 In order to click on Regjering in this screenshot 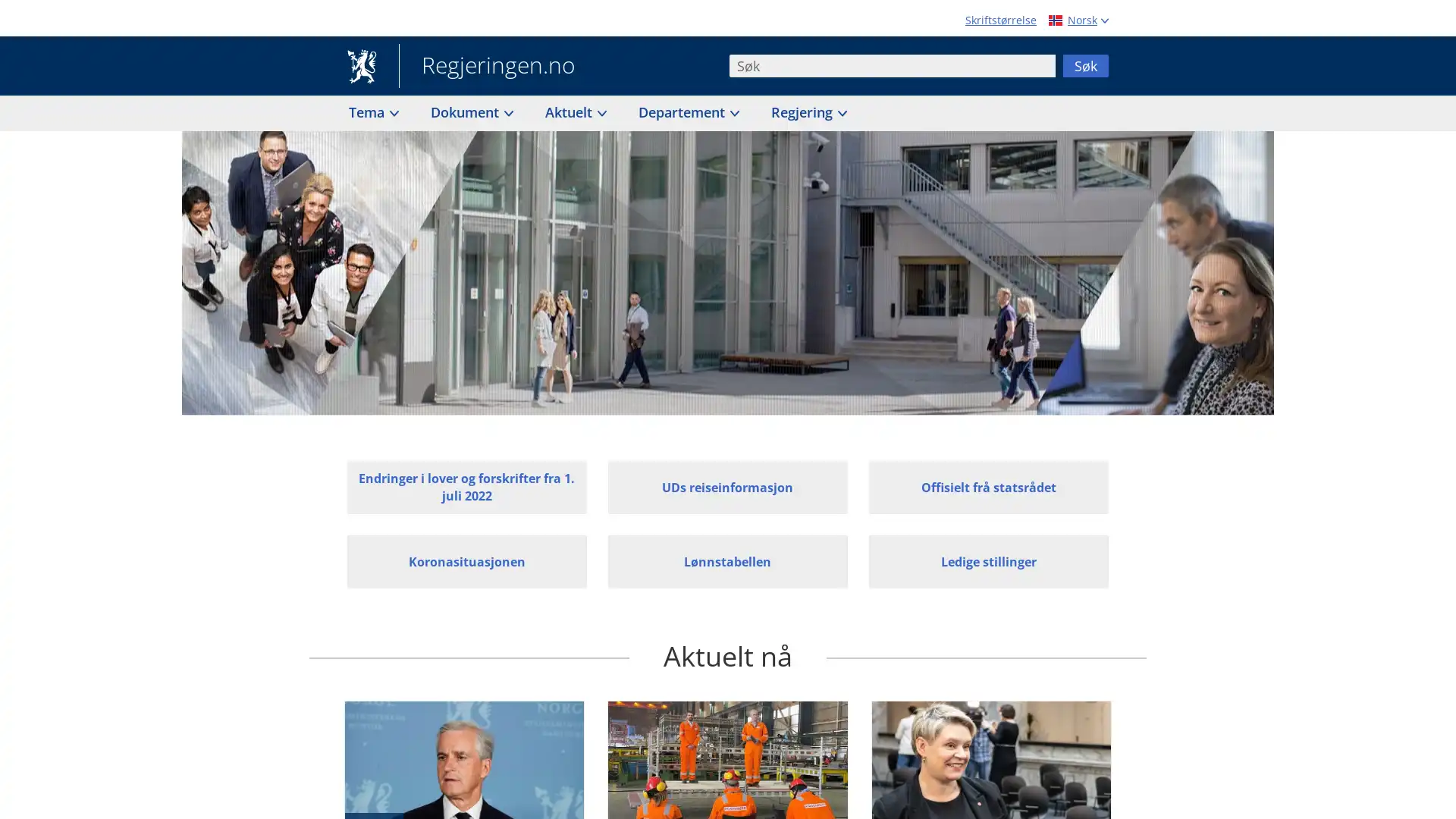, I will do `click(807, 111)`.